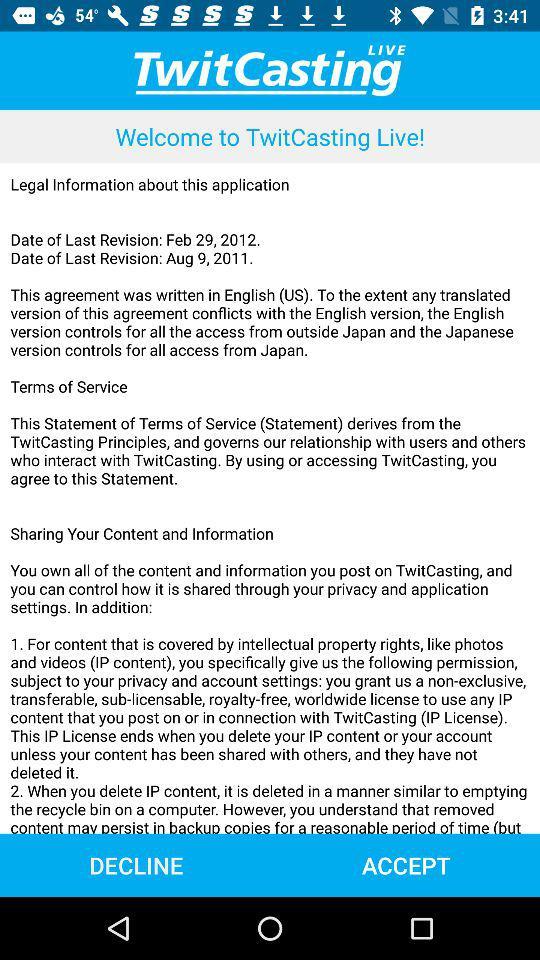  What do you see at coordinates (405, 864) in the screenshot?
I see `the accept icon` at bounding box center [405, 864].